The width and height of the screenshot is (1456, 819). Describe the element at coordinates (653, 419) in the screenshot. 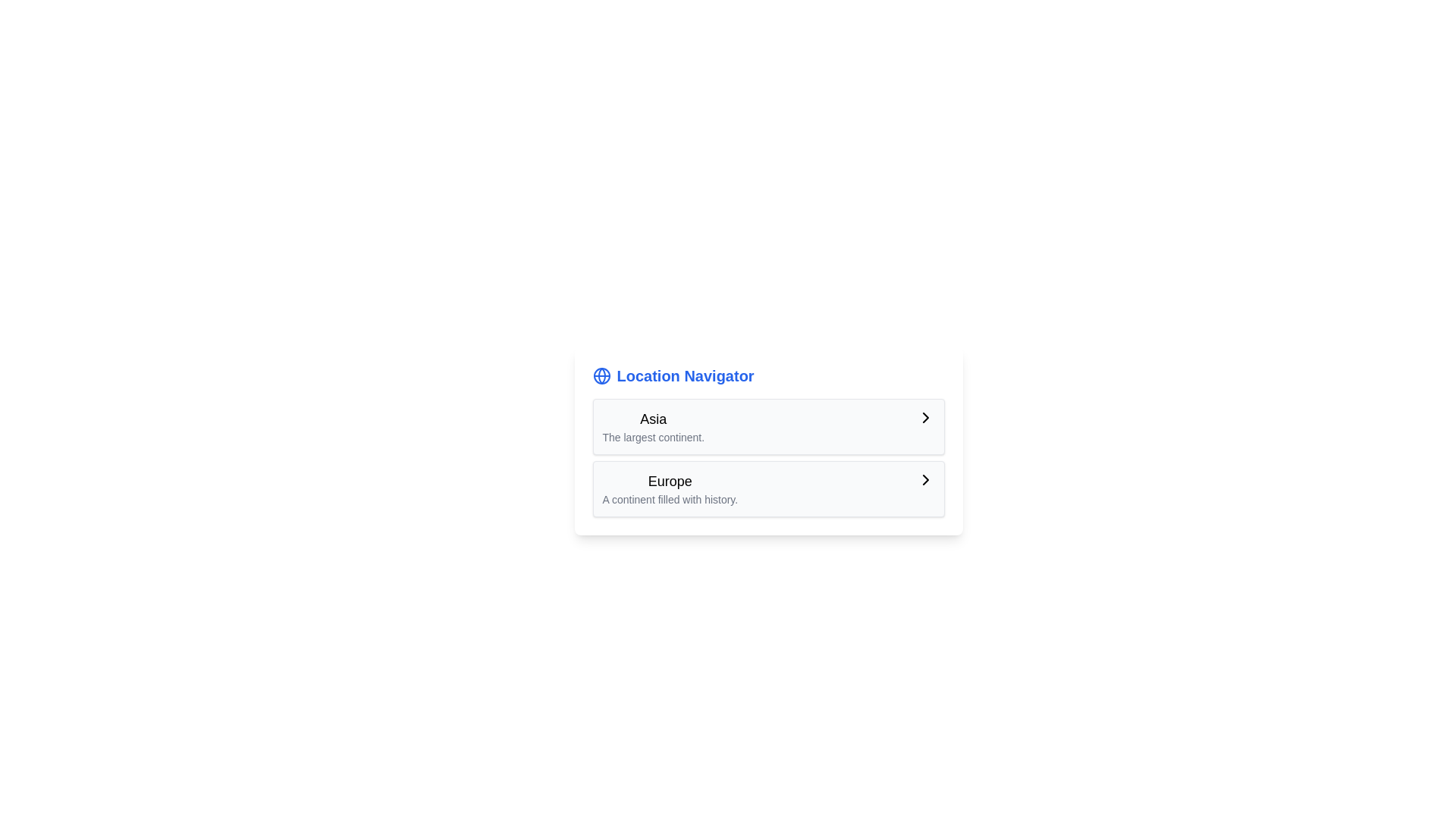

I see `text label displaying the word 'Asia', which is in medium font size, bold, and black, located above the descriptive text 'The largest continent.'` at that location.